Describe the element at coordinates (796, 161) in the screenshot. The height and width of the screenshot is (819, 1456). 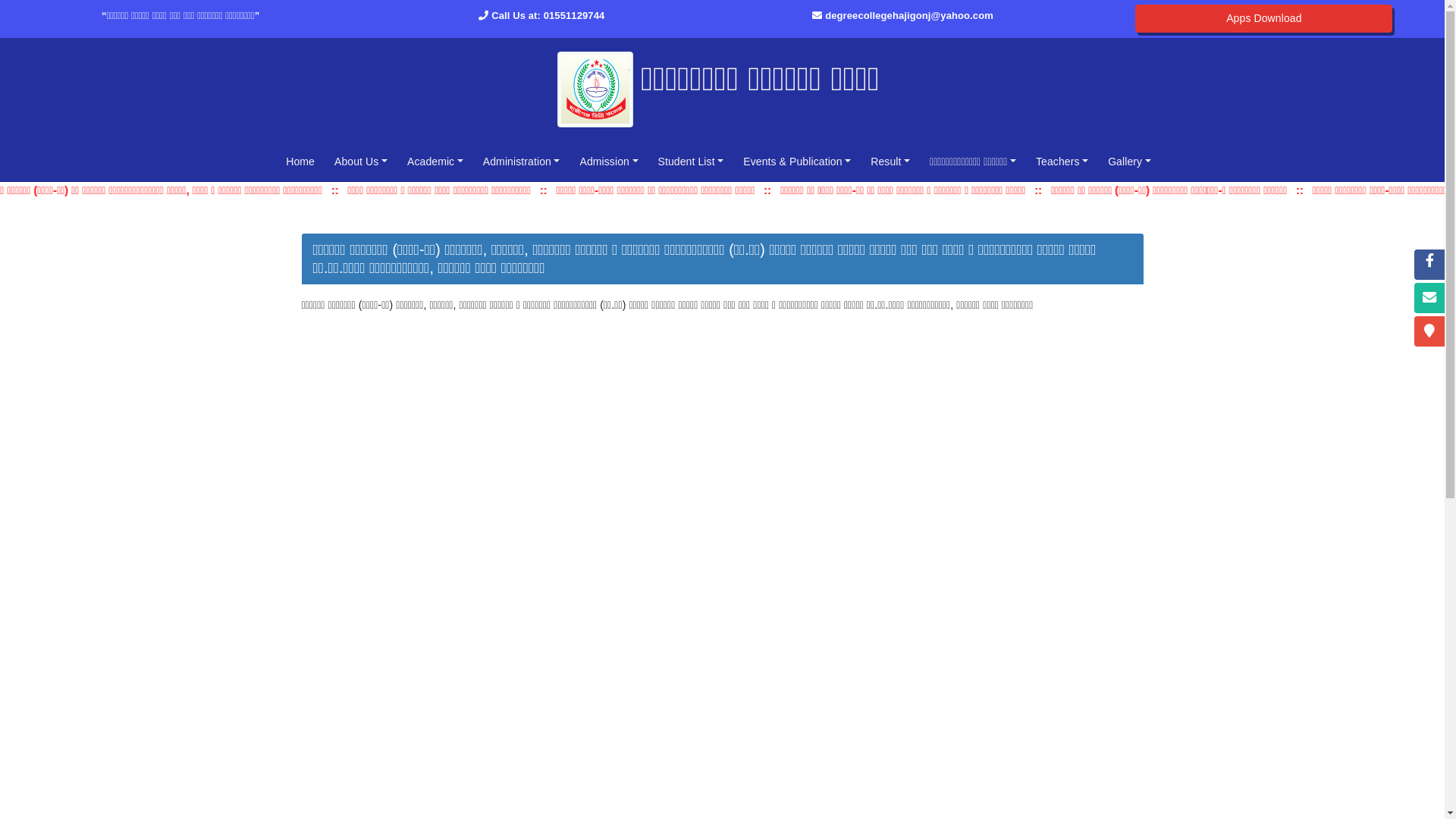
I see `'Events & Publication'` at that location.